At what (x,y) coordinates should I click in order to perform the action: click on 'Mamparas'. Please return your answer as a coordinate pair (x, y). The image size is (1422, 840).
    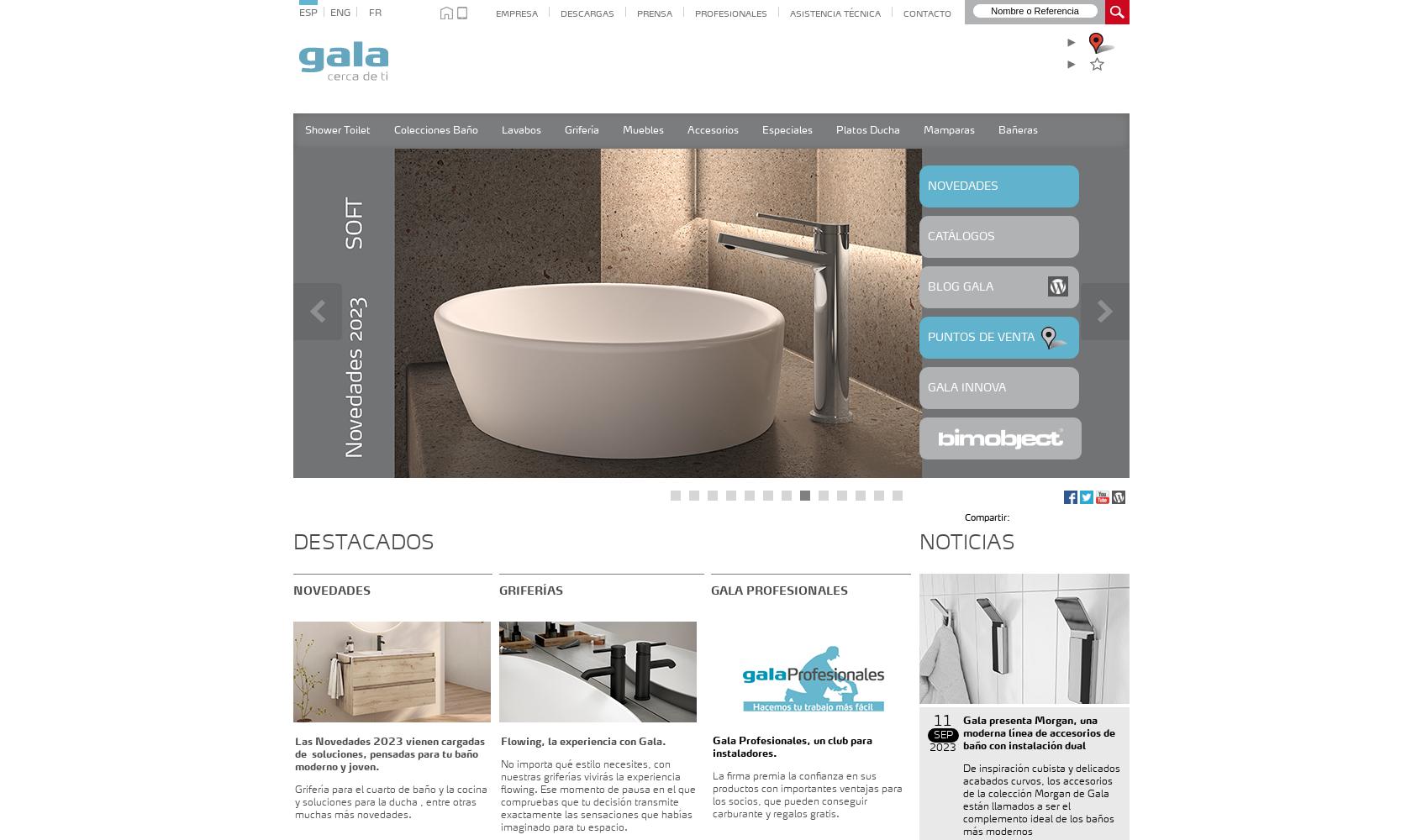
    Looking at the image, I should click on (948, 131).